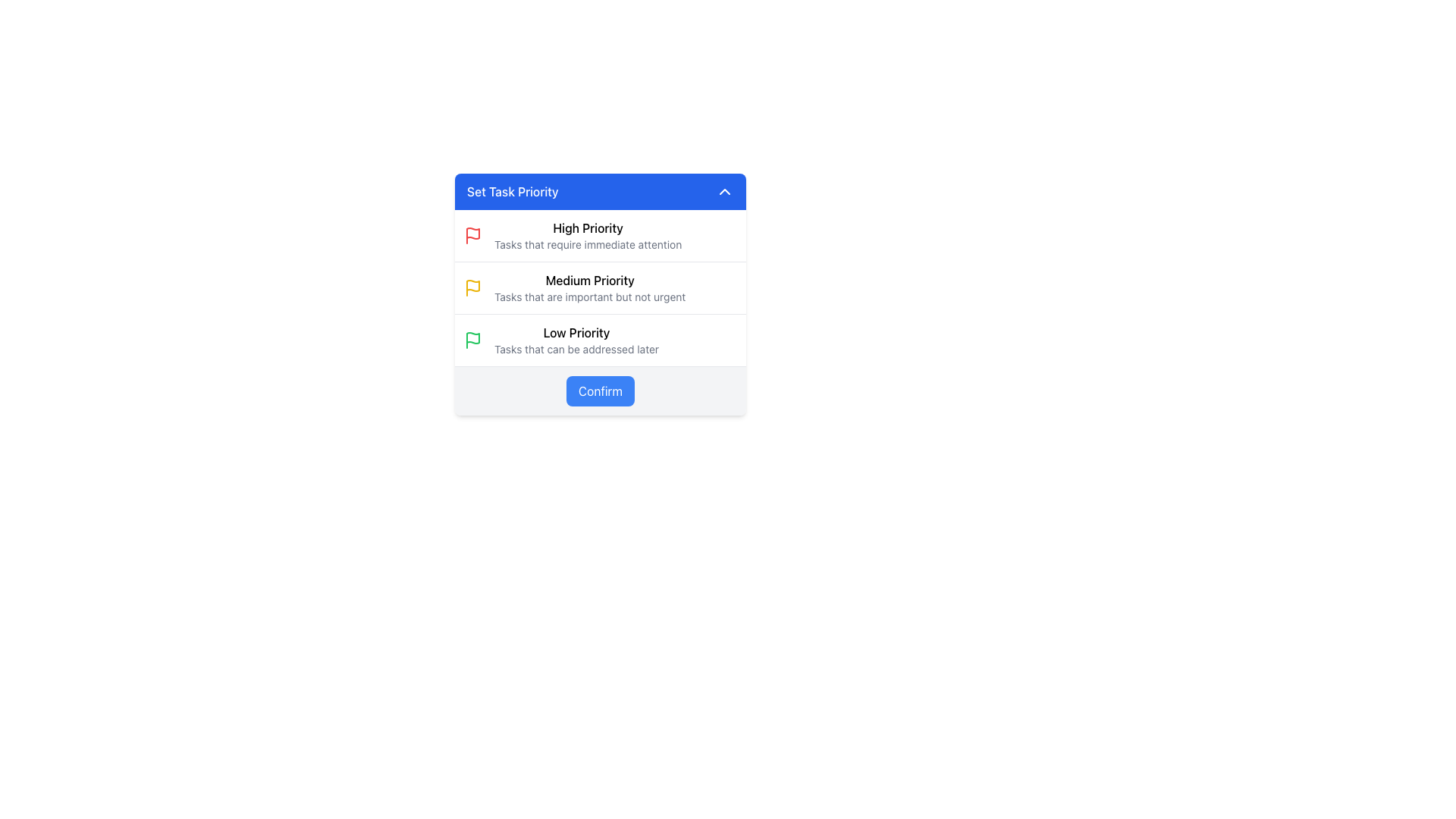 The height and width of the screenshot is (819, 1456). What do you see at coordinates (576, 332) in the screenshot?
I see `the 'Low Priority' text label, which signifies a lower priority option in the priority selection list, located above the text 'Tasks that can be addressed later.'` at bounding box center [576, 332].